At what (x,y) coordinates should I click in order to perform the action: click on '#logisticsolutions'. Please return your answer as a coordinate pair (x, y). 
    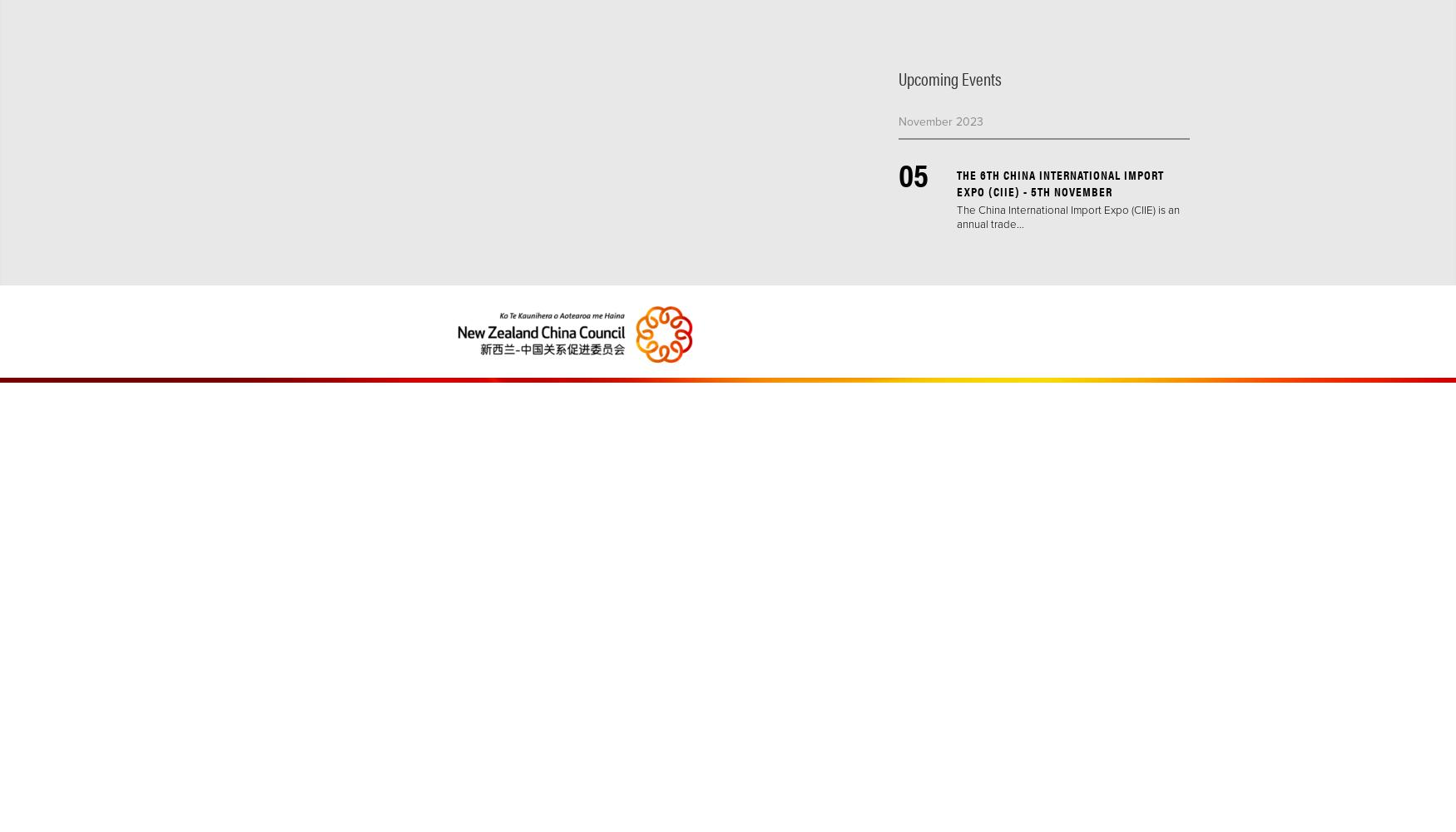
    Looking at the image, I should click on (954, 62).